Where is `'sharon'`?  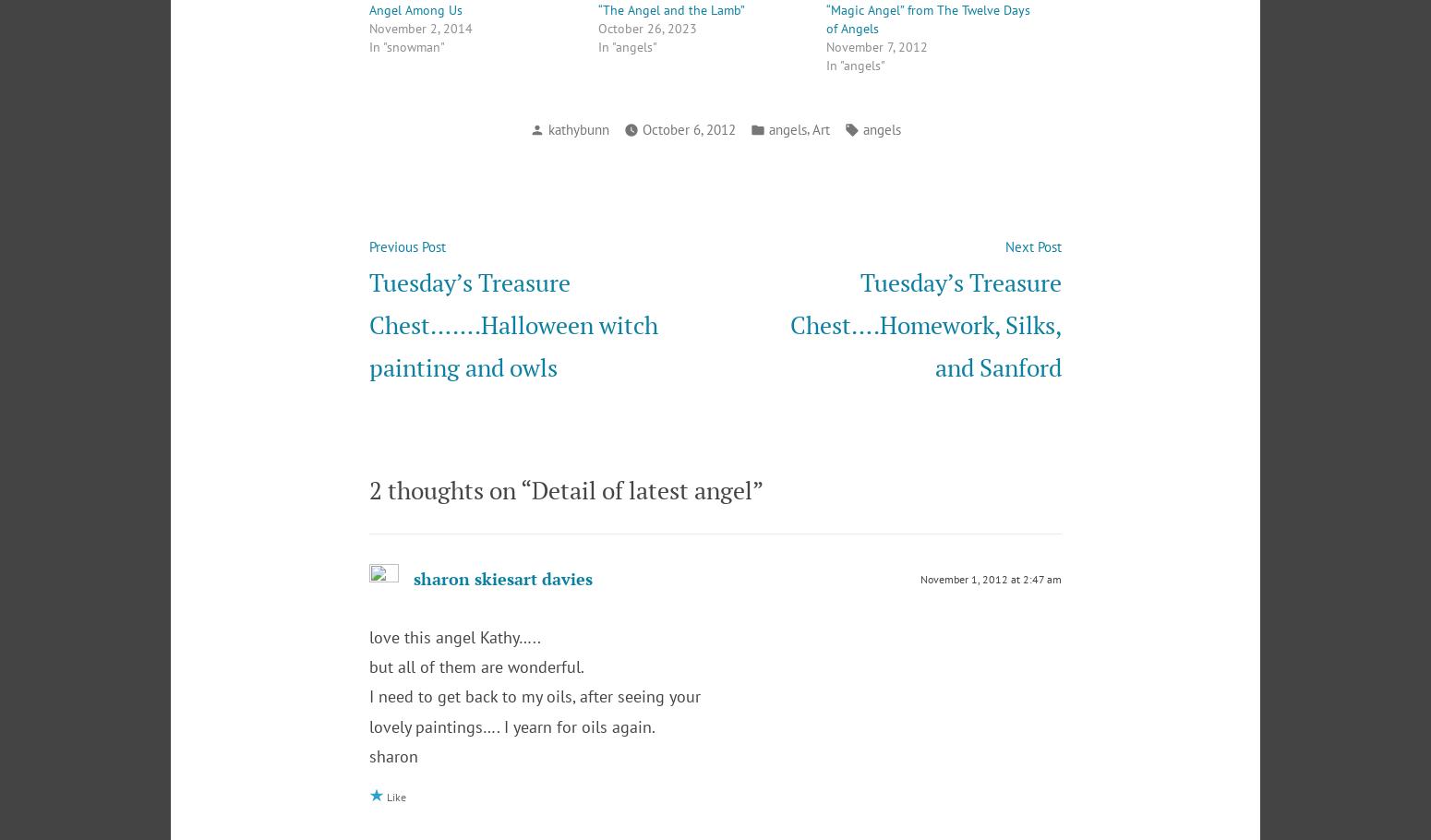 'sharon' is located at coordinates (393, 755).